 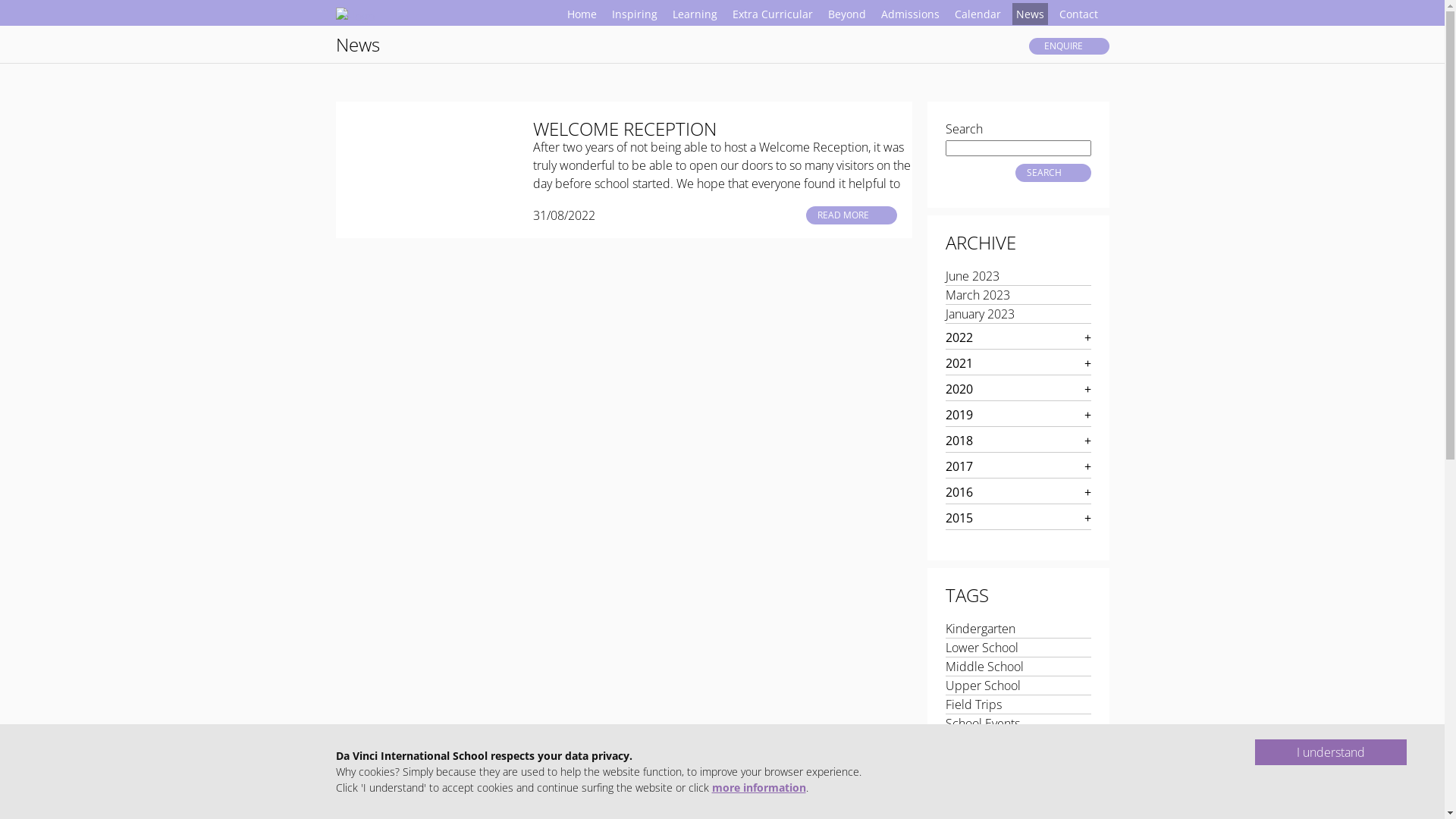 I want to click on 'Home', so click(x=580, y=14).